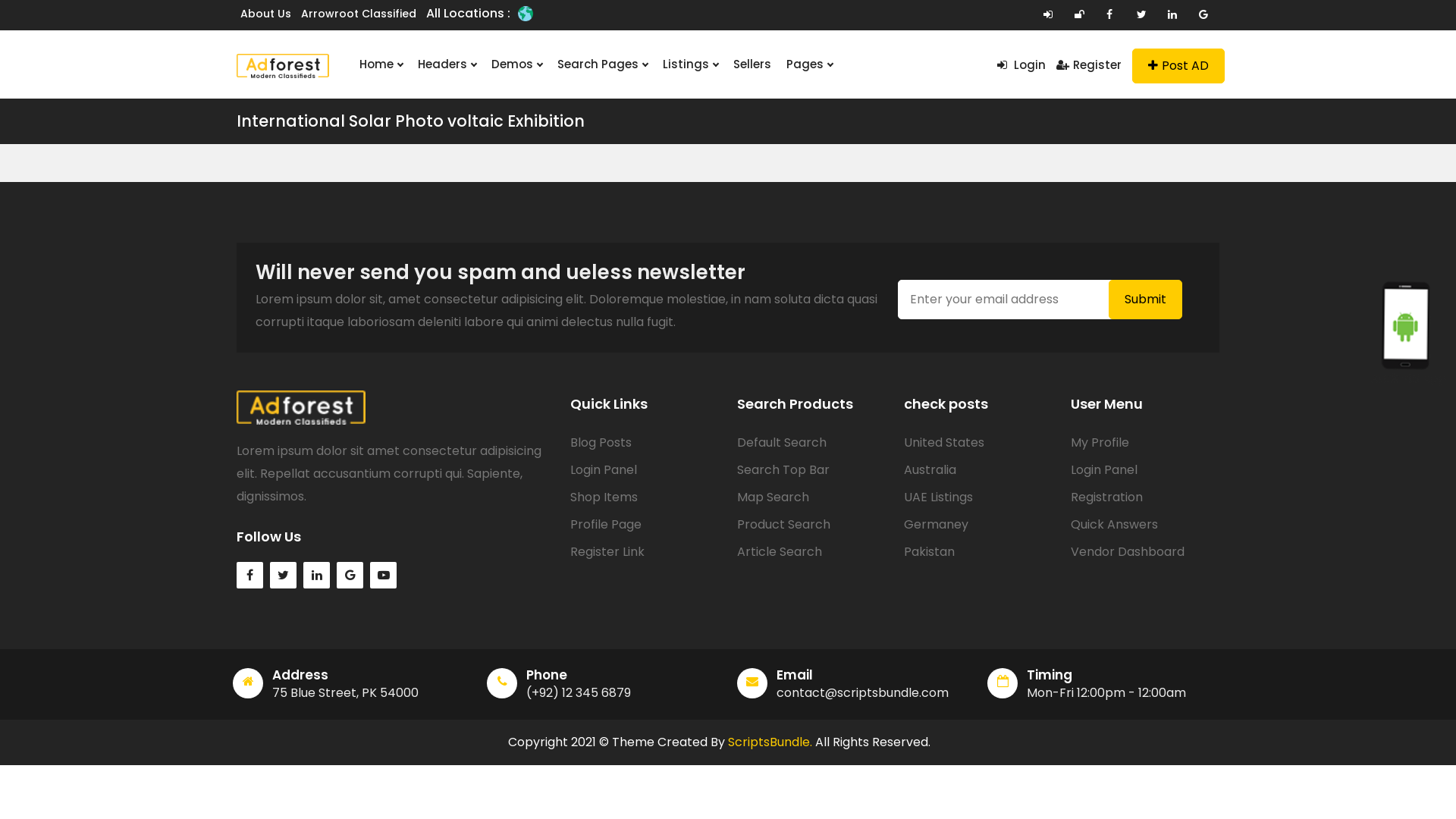  I want to click on 'Vendor Dashboard', so click(1128, 551).